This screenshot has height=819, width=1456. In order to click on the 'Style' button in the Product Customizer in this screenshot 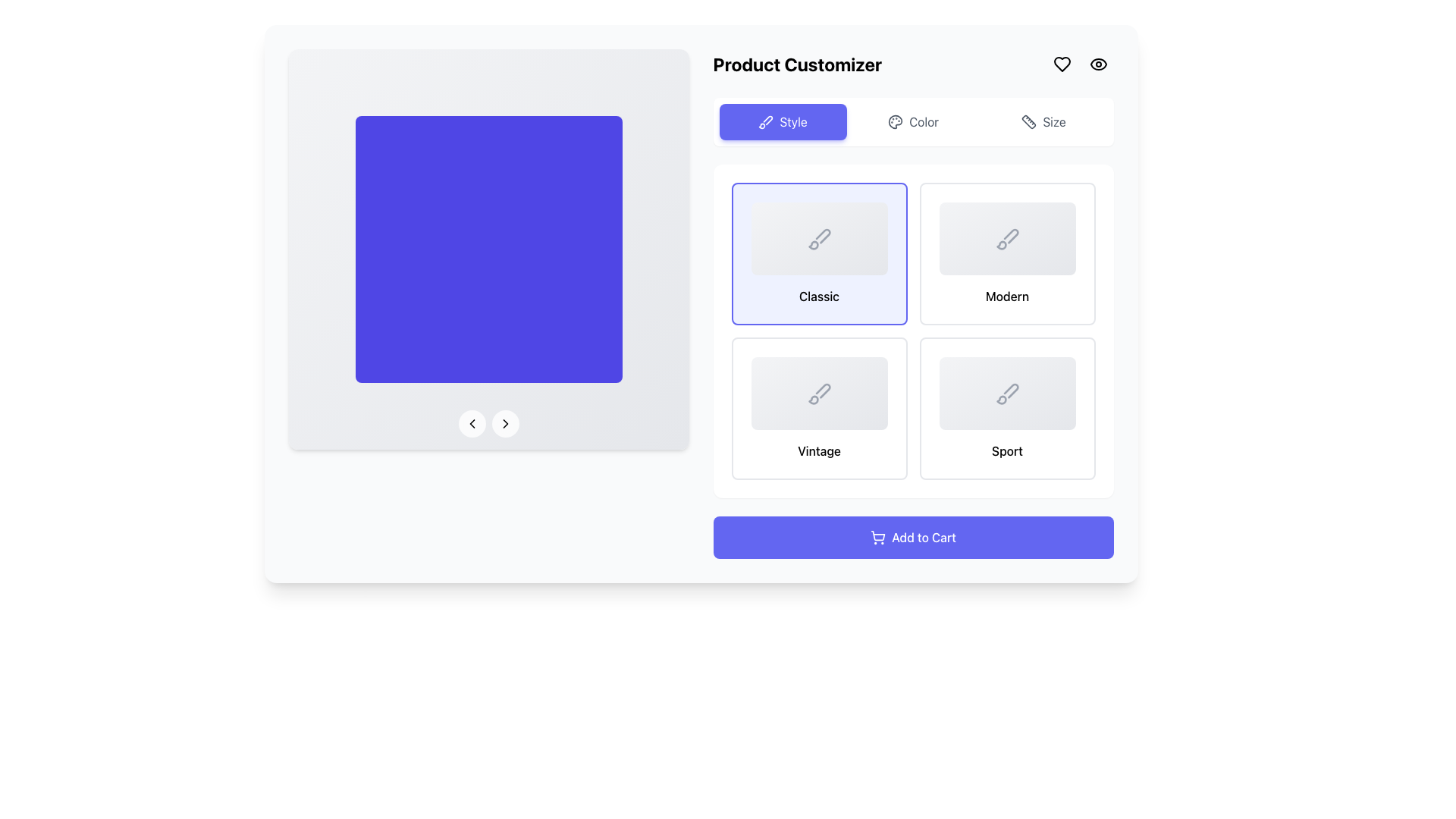, I will do `click(792, 121)`.